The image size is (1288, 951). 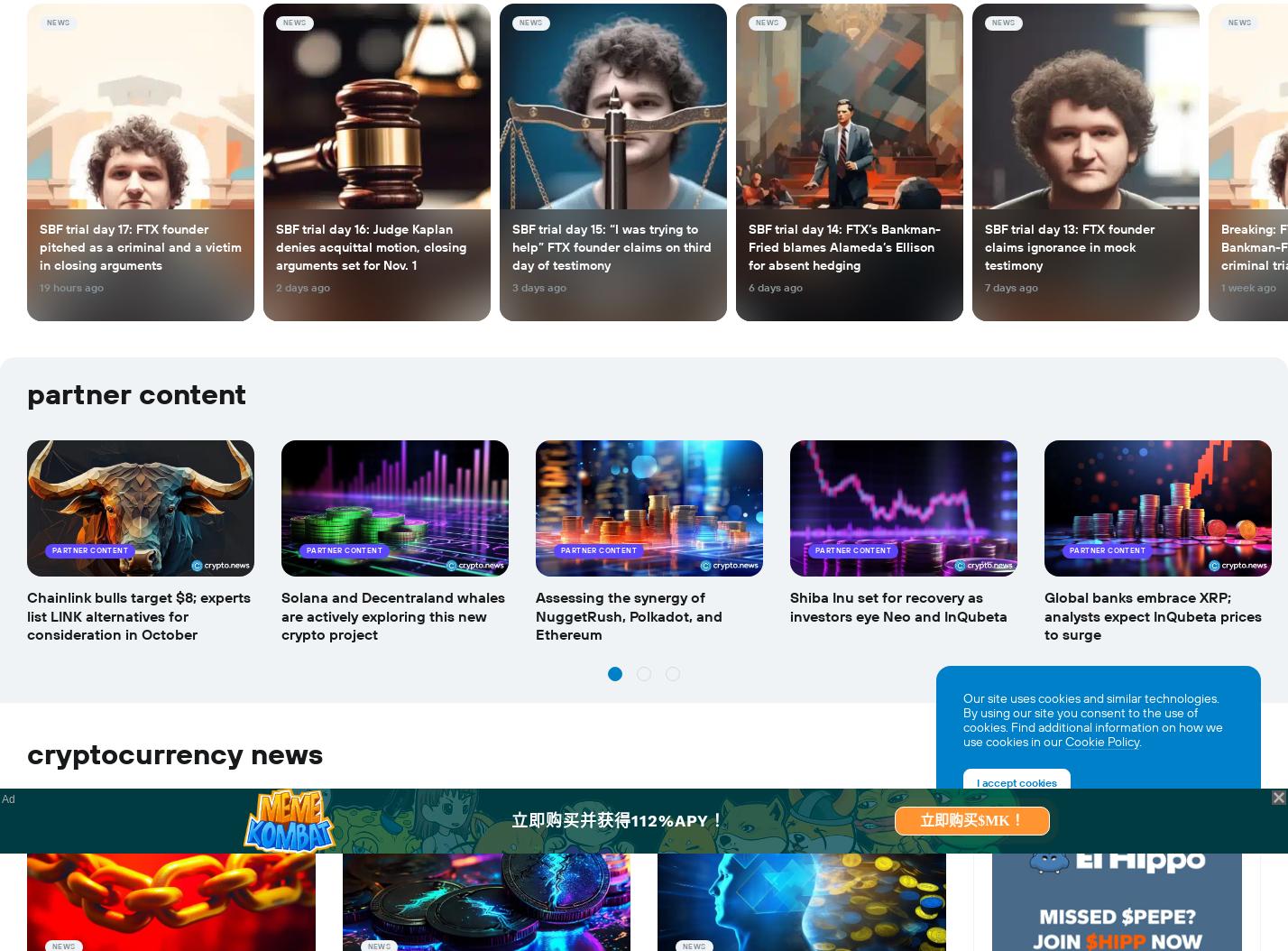 I want to click on 'SBF trial day 16: Judge Kaplan denies acquittal motion, closing arguments set for Nov. 1', so click(x=370, y=246).